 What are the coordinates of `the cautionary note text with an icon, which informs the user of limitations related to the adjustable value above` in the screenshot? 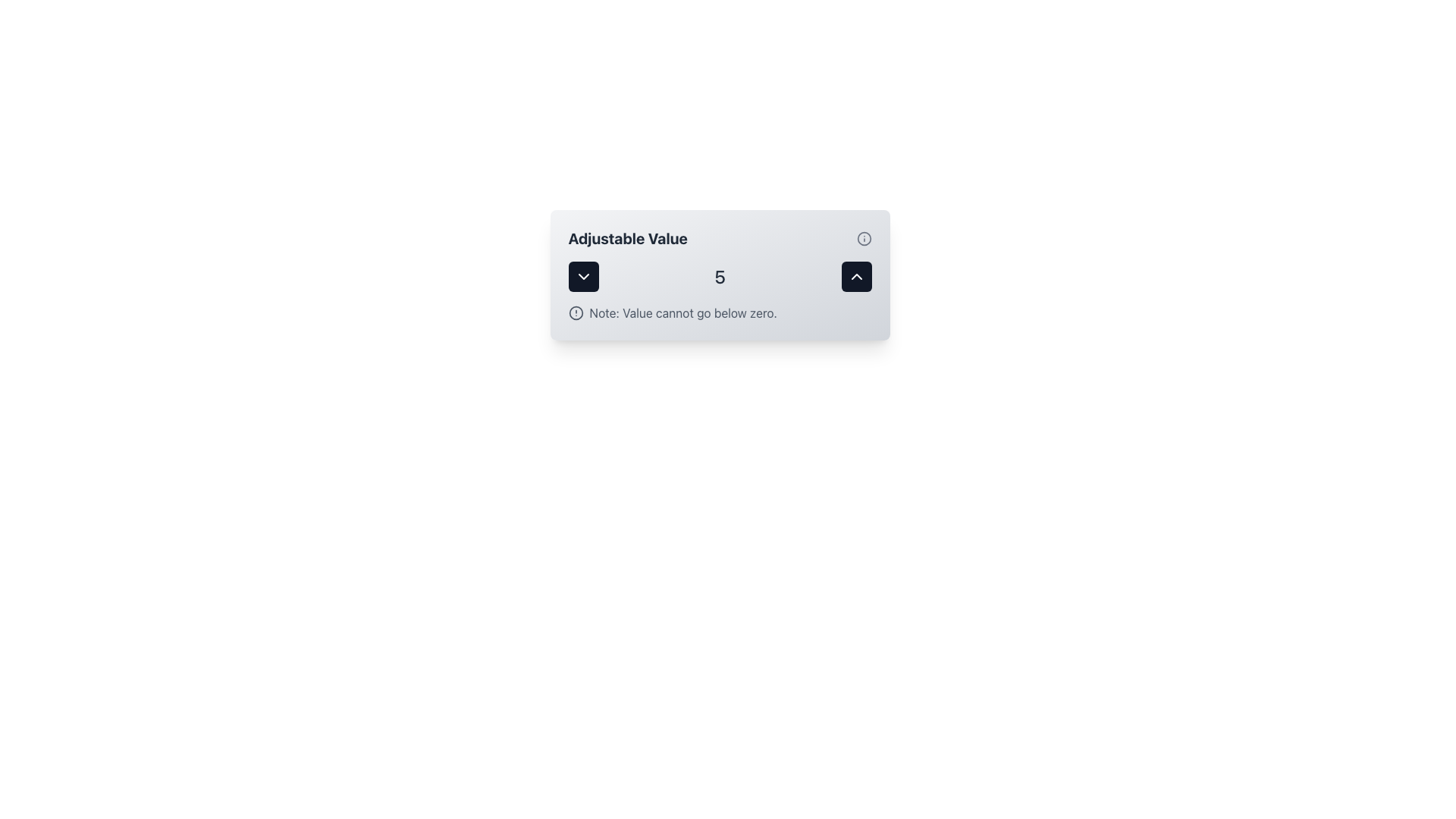 It's located at (719, 312).